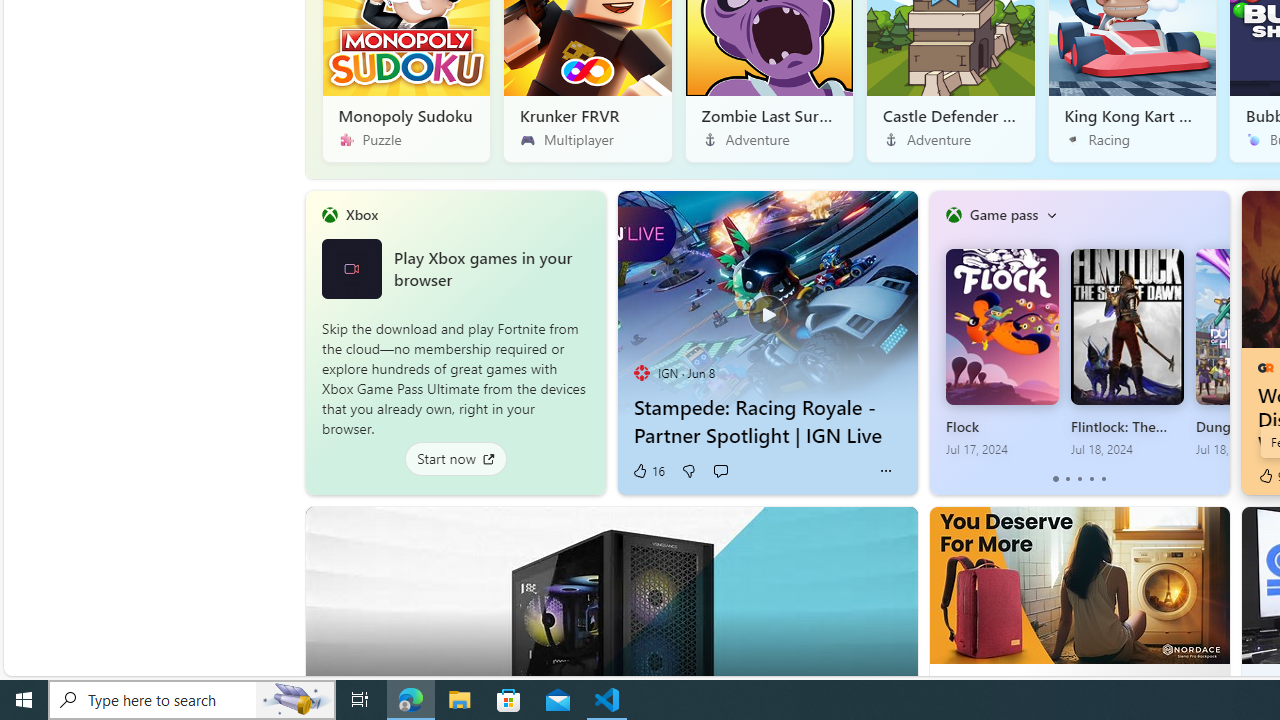 Image resolution: width=1280 pixels, height=720 pixels. I want to click on 'Stampede: Racing Royale - Partner Spotlight | IGN Live', so click(766, 303).